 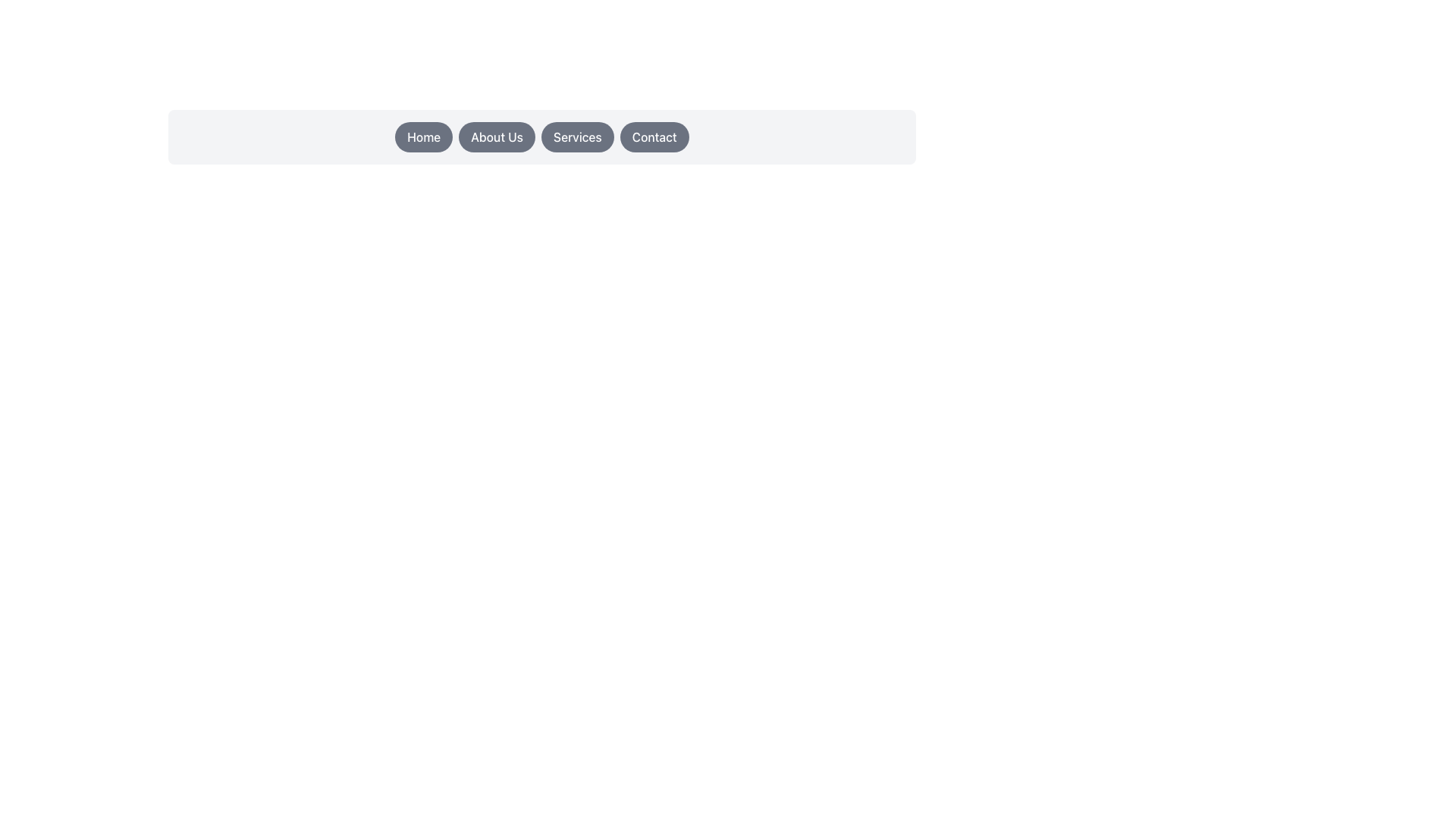 What do you see at coordinates (542, 137) in the screenshot?
I see `the 'Services' button in the Navigational Button Group located at the center-top of the interface` at bounding box center [542, 137].